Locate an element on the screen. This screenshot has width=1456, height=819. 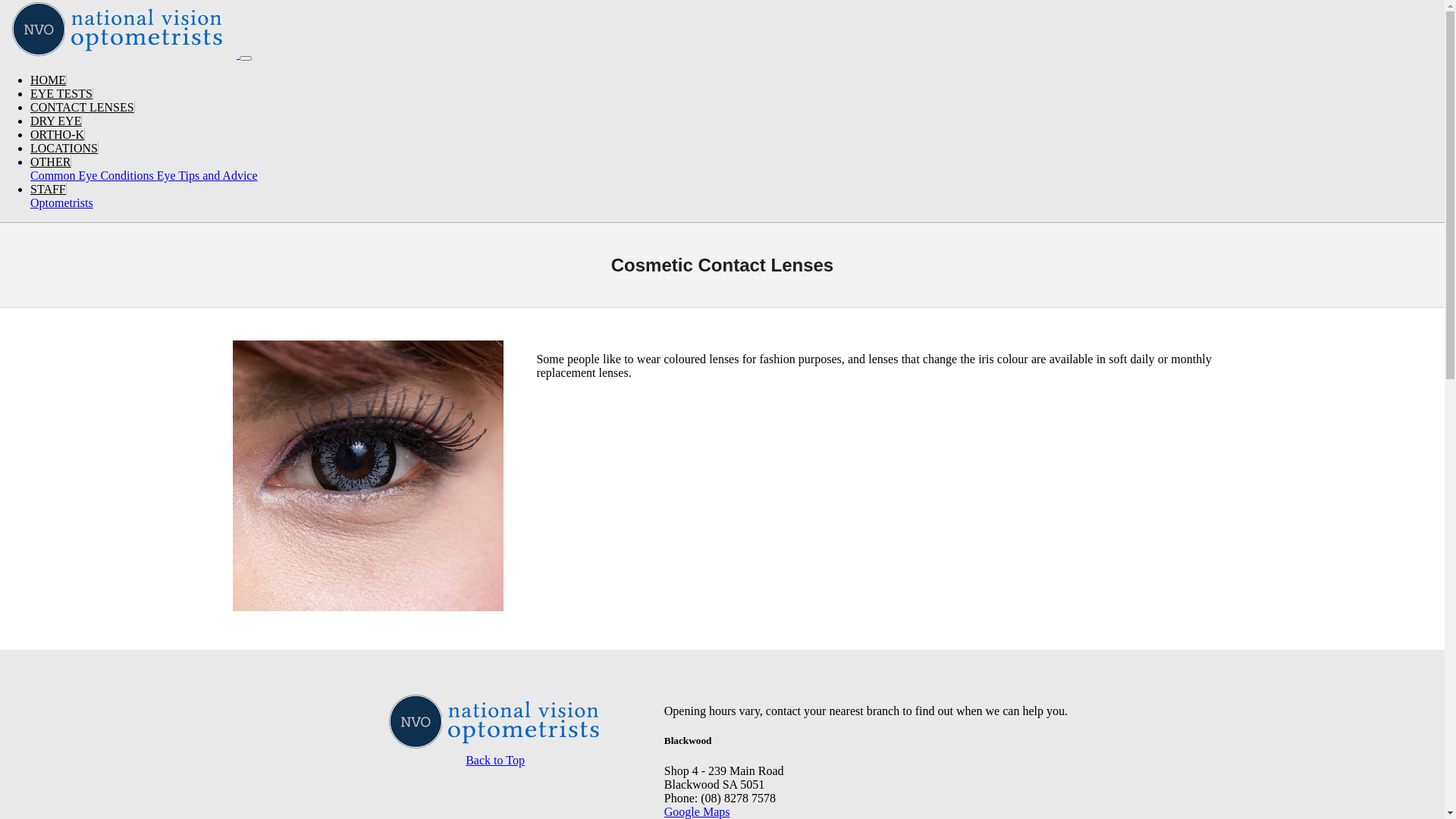
'ORTHO-K' is located at coordinates (58, 133).